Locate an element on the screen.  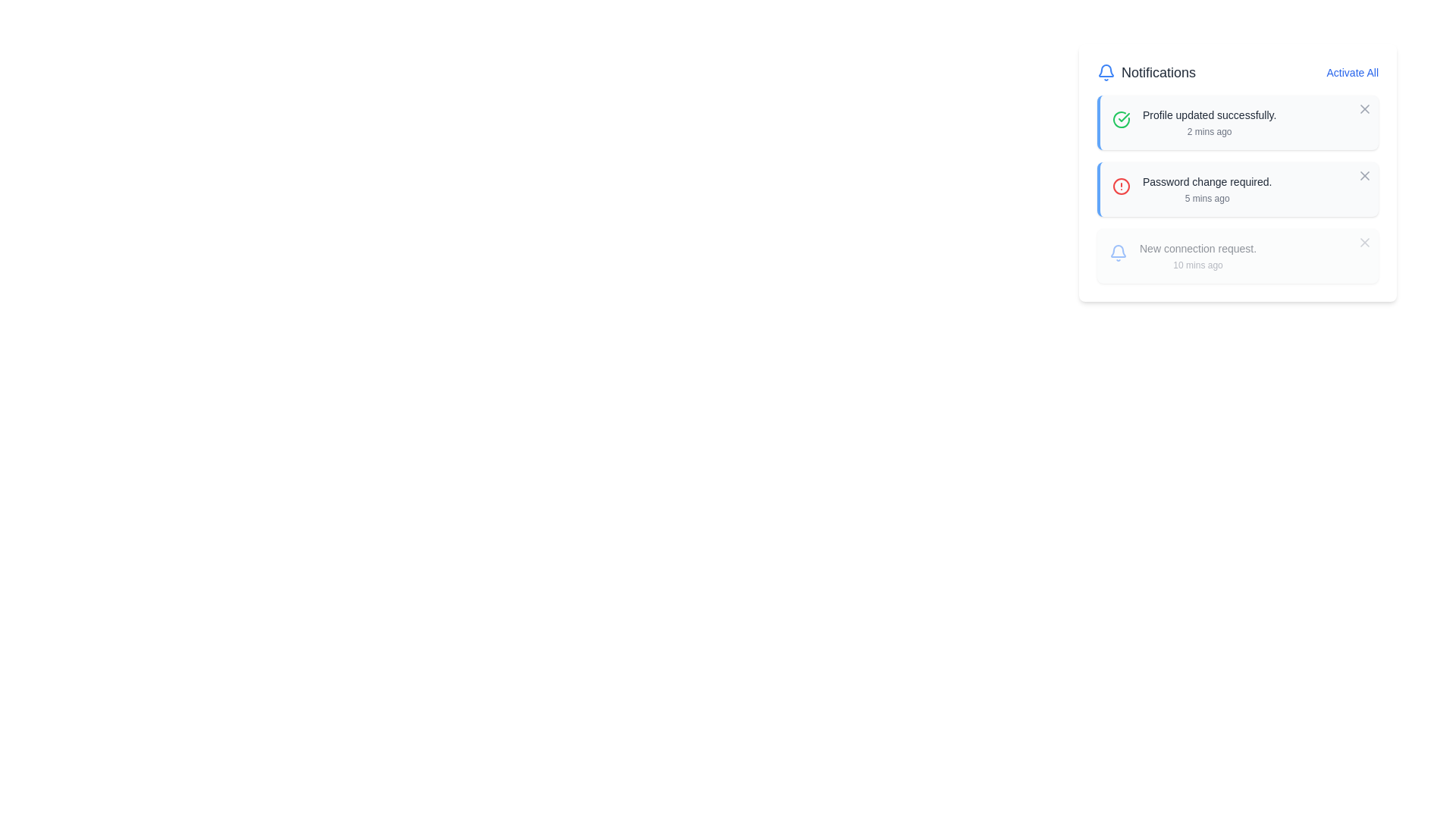
the success icon located to the immediate left of the text 'Profile updated successfully.' within the first notification card in the vertical list of notifications is located at coordinates (1121, 124).